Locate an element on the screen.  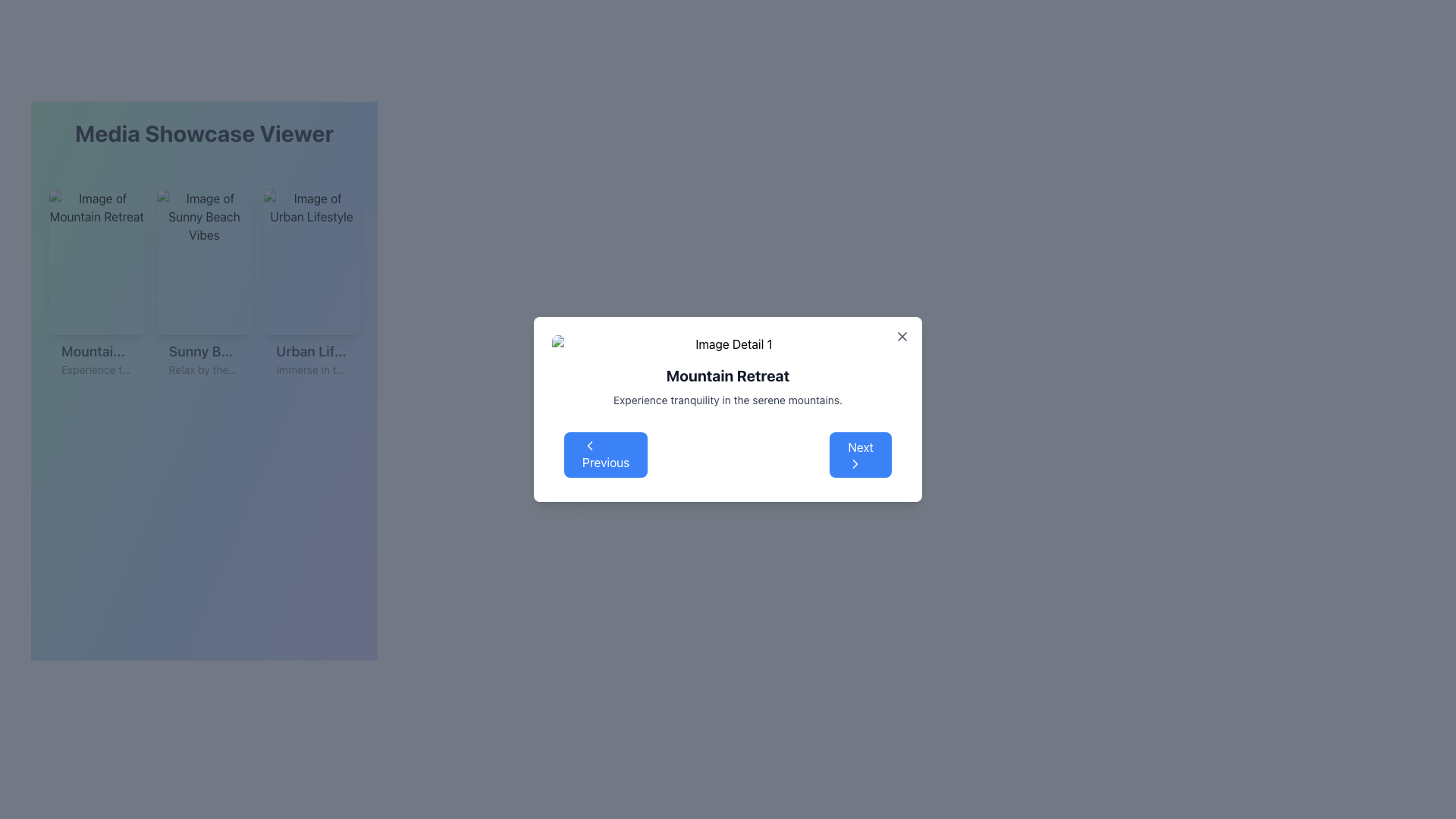
the navigation button located to the right of the 'Previous' button at the bottom of the interface is located at coordinates (860, 454).